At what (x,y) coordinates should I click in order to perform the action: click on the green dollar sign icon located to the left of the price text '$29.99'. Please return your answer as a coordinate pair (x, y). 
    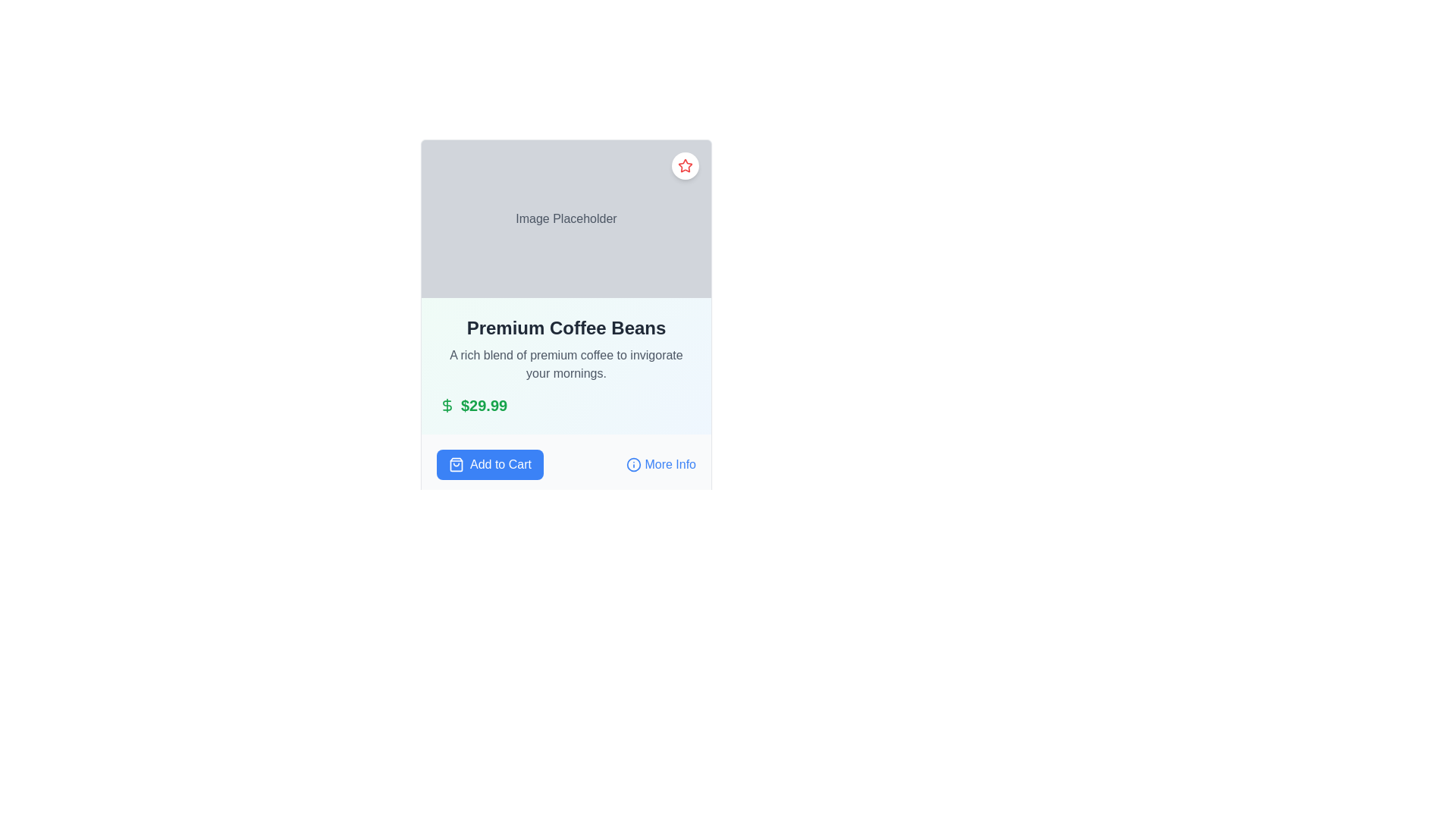
    Looking at the image, I should click on (447, 405).